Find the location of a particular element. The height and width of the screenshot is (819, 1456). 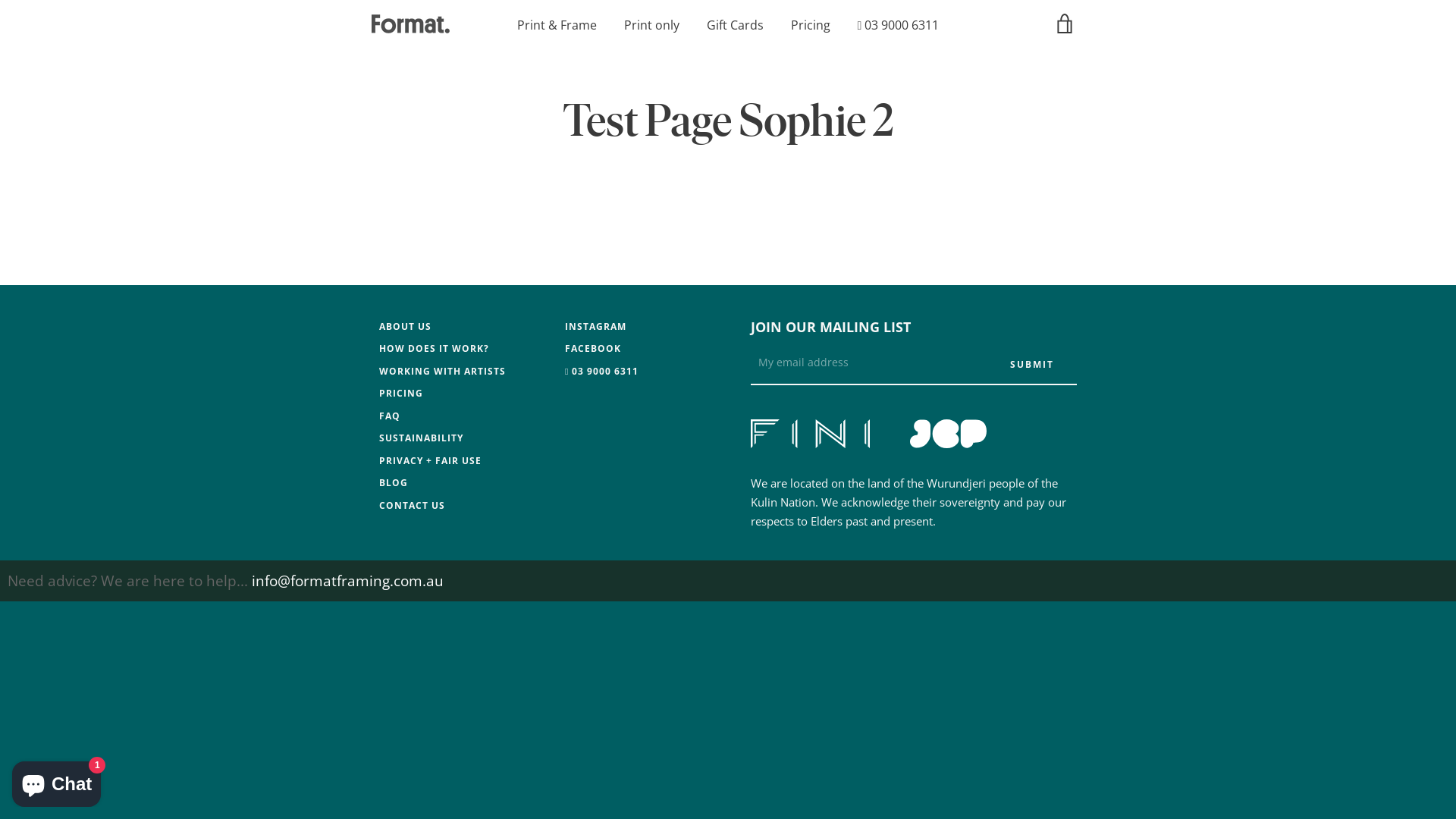

'HOW DOES IT WORK?' is located at coordinates (433, 348).